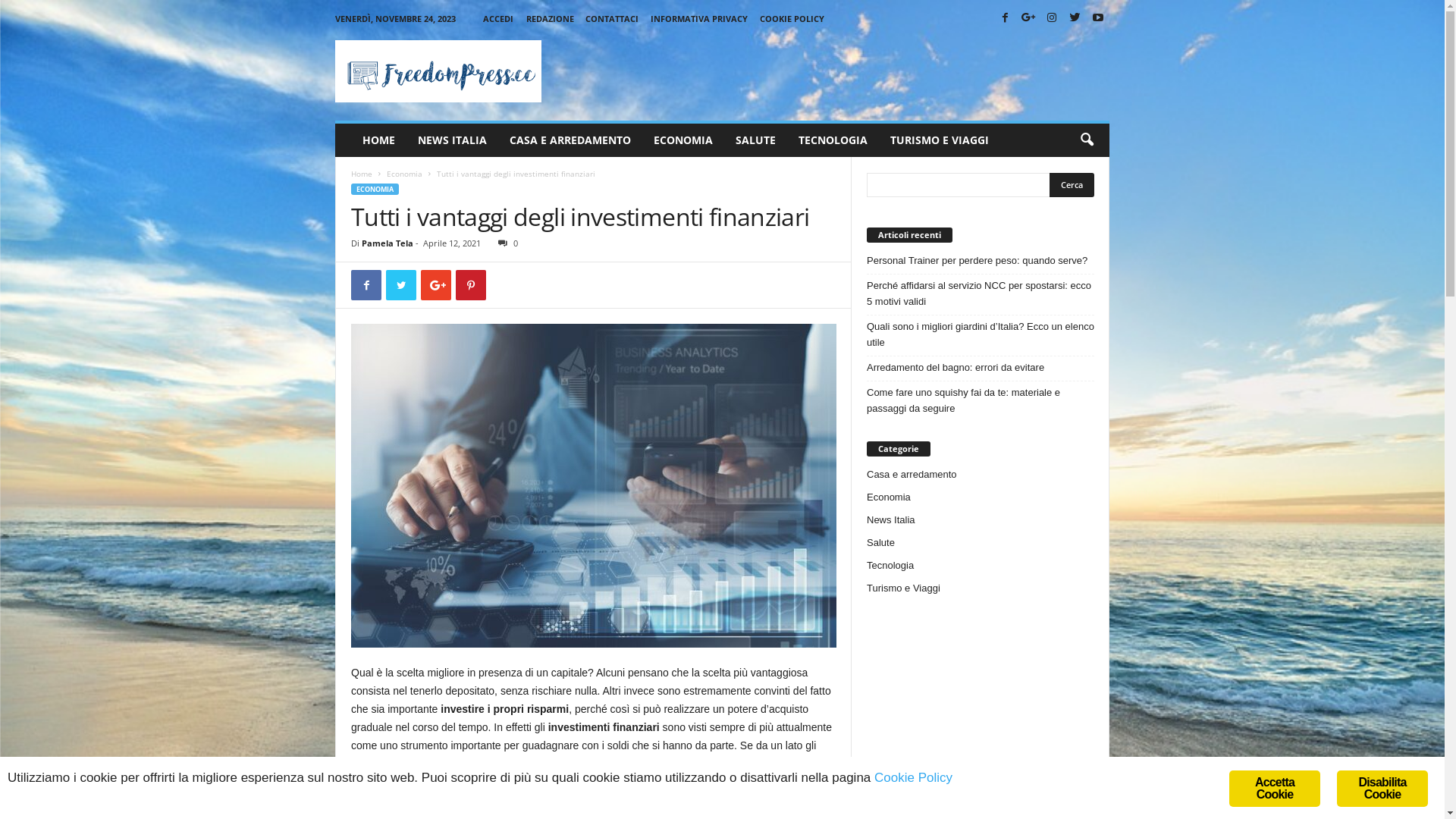 The width and height of the screenshot is (1456, 819). I want to click on 'TECNOLOGIA', so click(832, 140).